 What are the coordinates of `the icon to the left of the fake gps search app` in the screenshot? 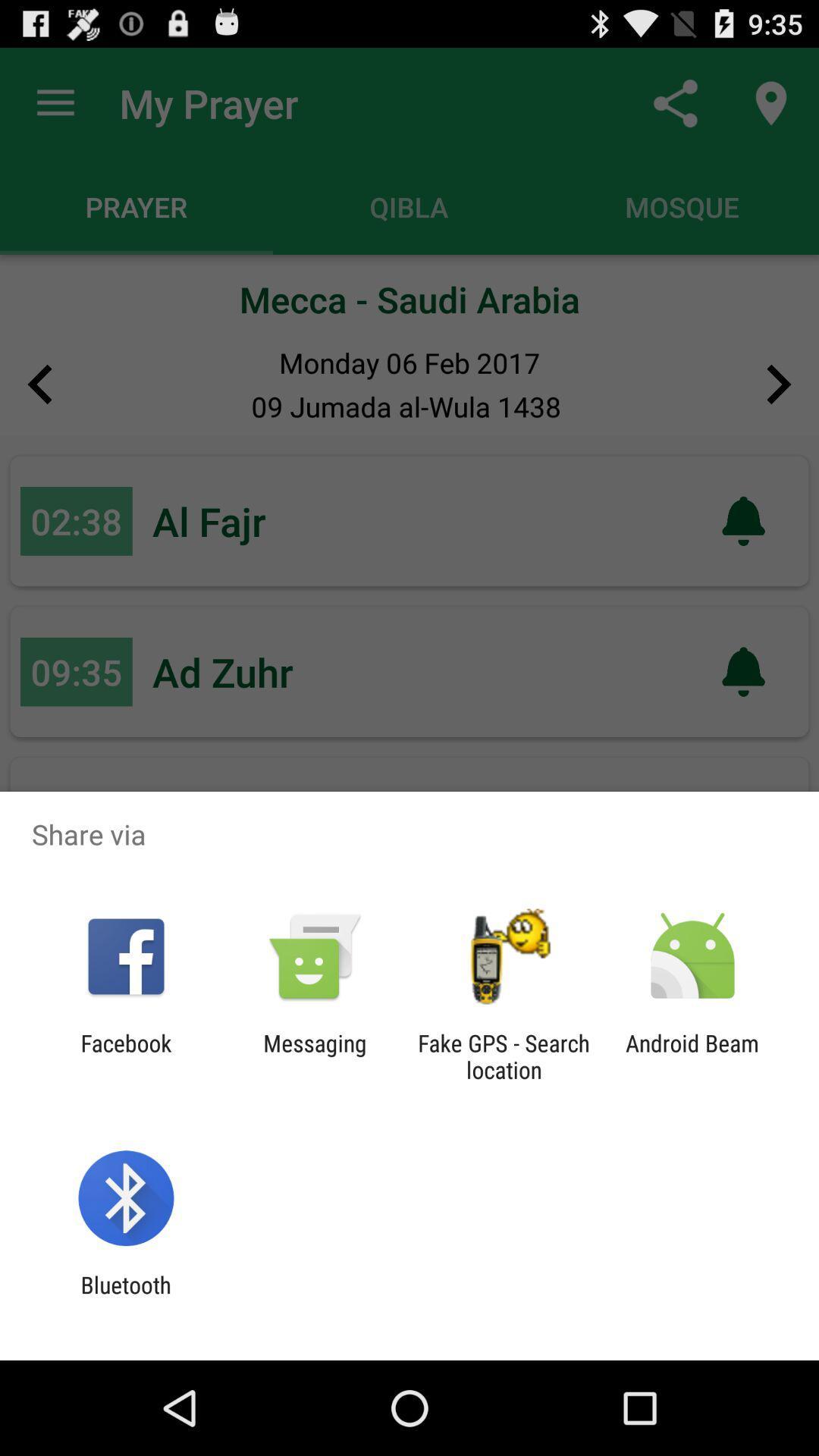 It's located at (314, 1056).